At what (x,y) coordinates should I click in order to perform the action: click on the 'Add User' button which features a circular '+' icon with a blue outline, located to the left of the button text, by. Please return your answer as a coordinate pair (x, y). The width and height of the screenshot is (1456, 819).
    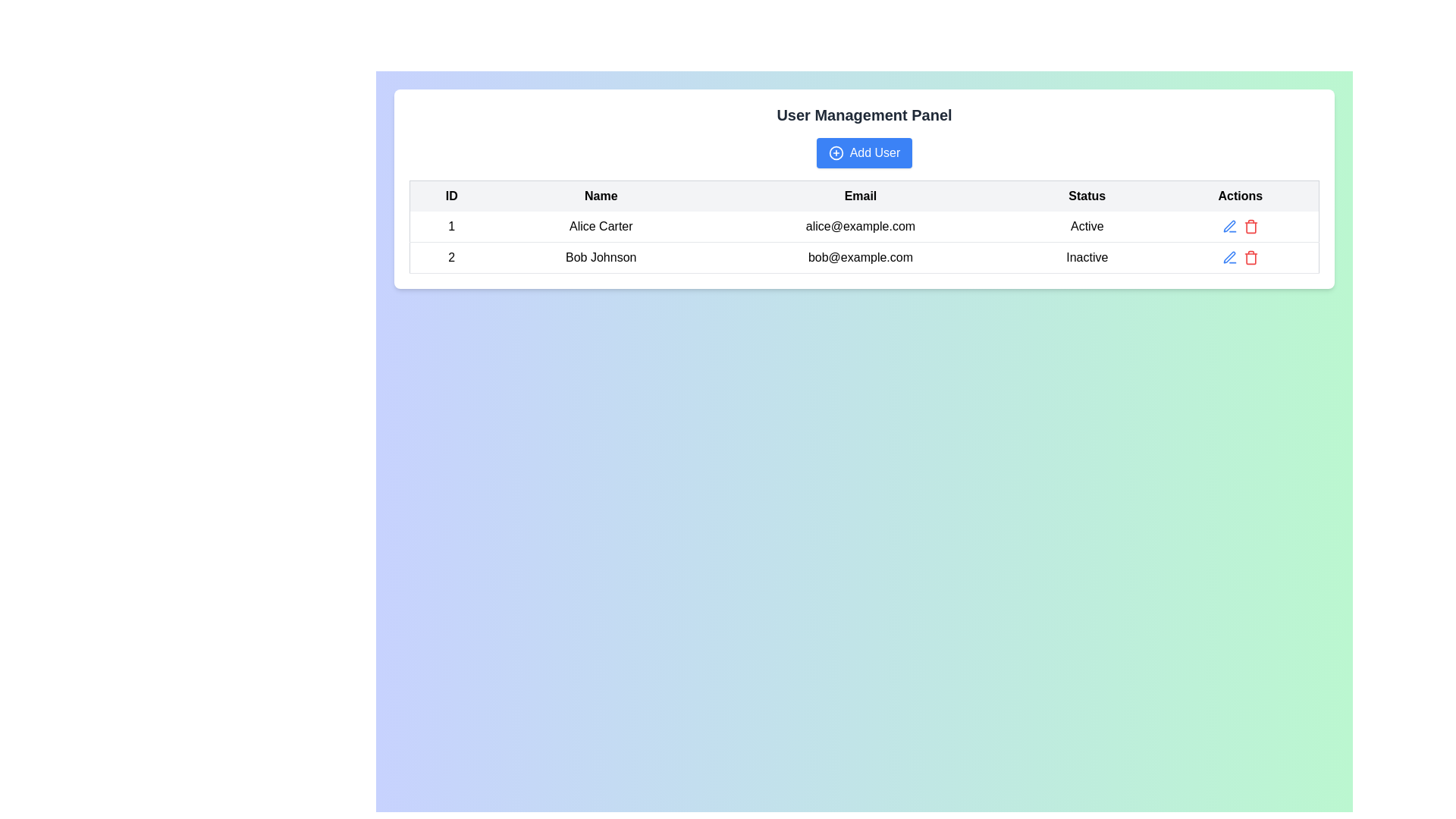
    Looking at the image, I should click on (835, 152).